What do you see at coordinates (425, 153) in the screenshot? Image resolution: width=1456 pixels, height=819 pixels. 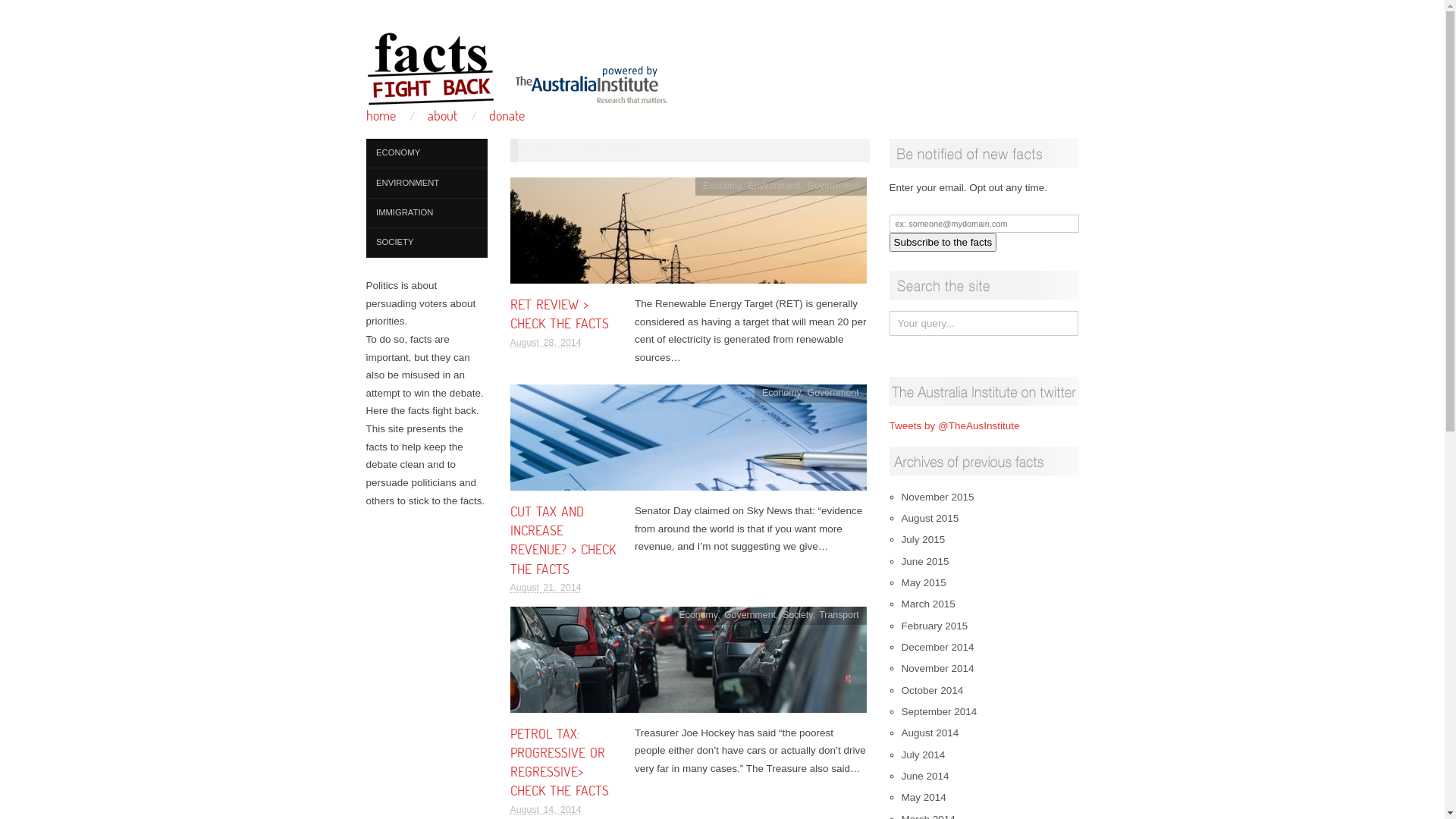 I see `'ECONOMY'` at bounding box center [425, 153].